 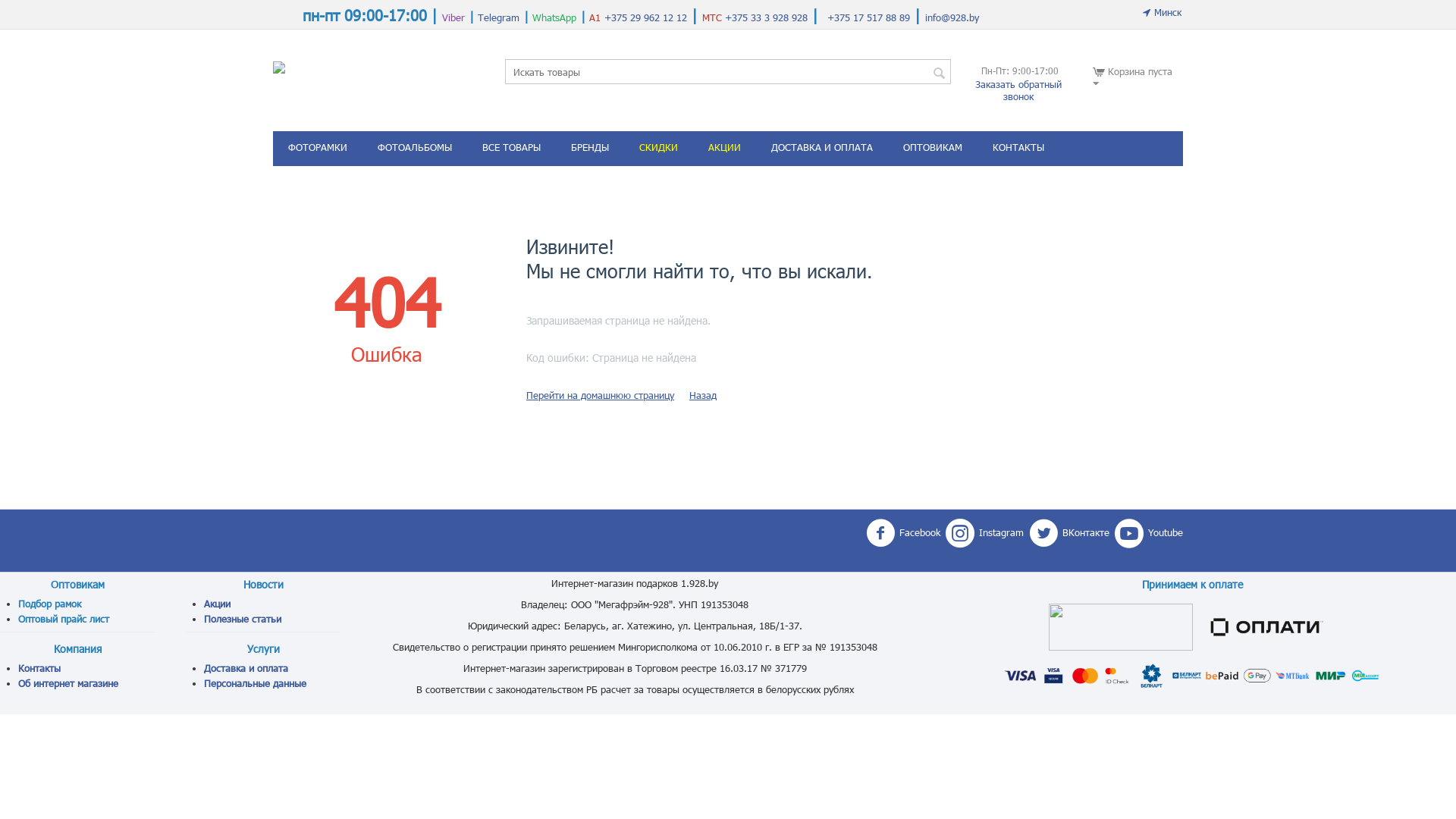 I want to click on 'Instagram', so click(x=984, y=532).